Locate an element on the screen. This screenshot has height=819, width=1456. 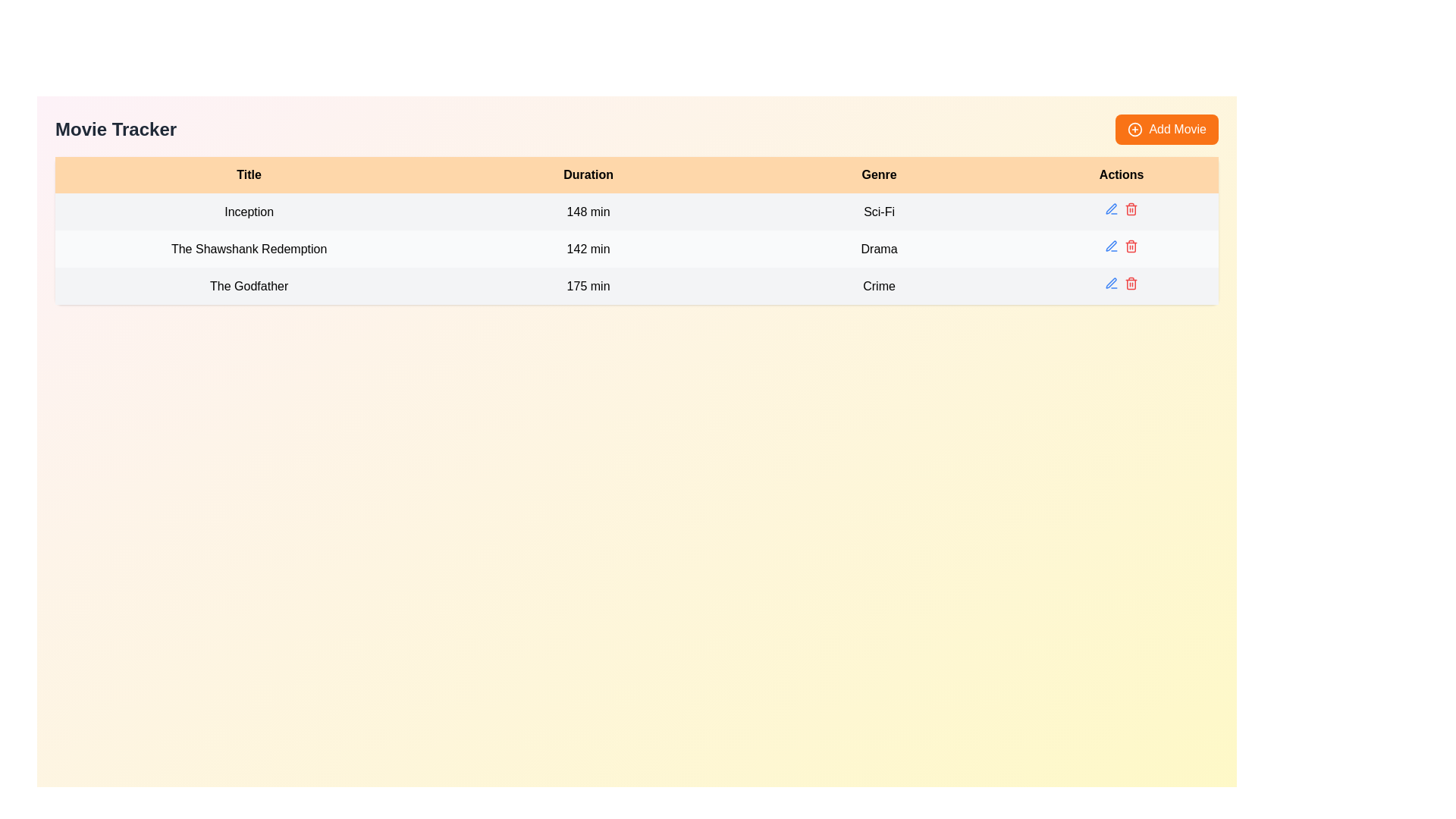
the delete button in the Actions column of the last row in the movie table is located at coordinates (1131, 284).